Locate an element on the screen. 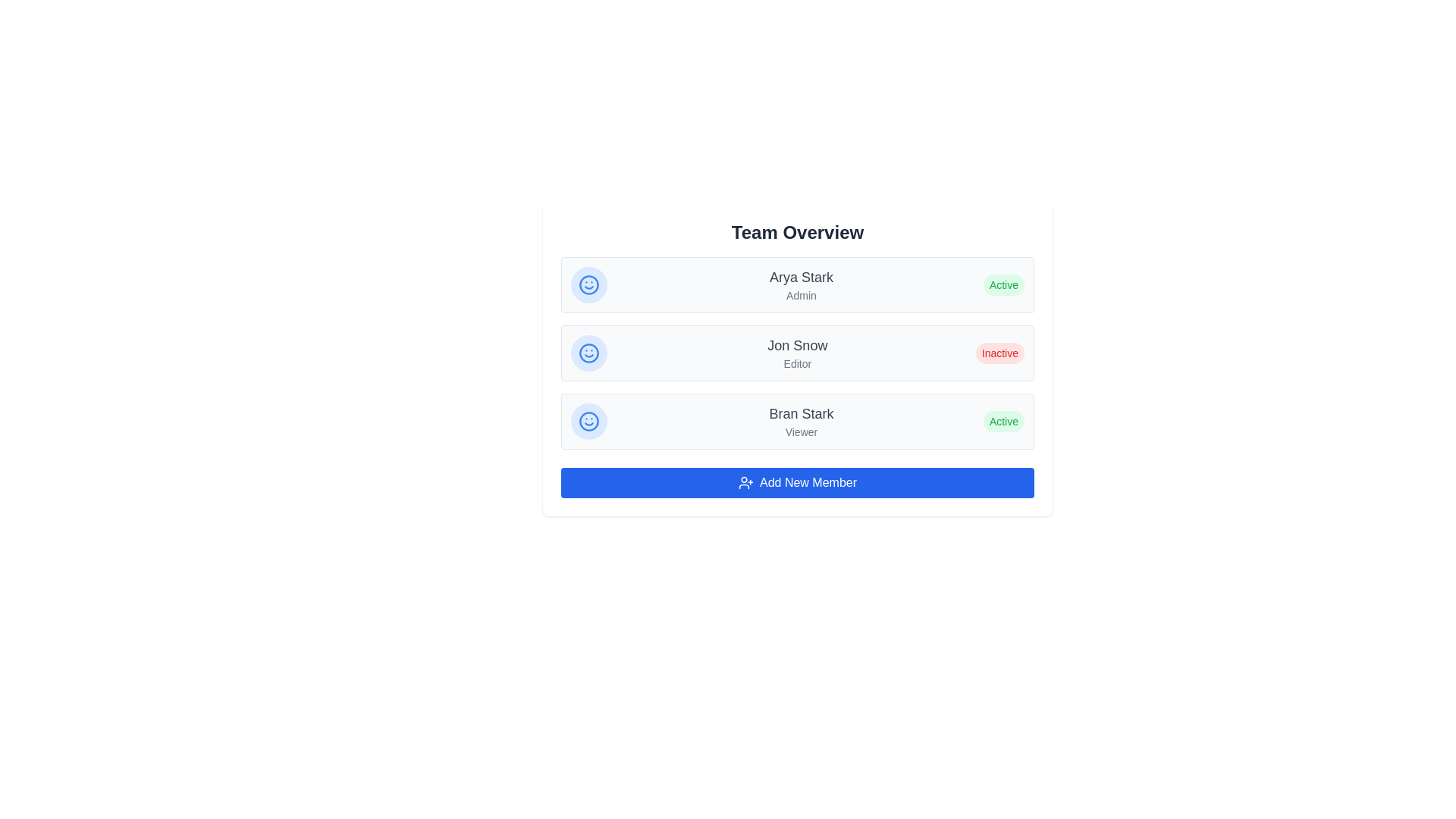  the text element displaying 'Bran Stark' in the 'Team Overview' list, which is located in the third row and appears in bold dark gray font is located at coordinates (800, 414).